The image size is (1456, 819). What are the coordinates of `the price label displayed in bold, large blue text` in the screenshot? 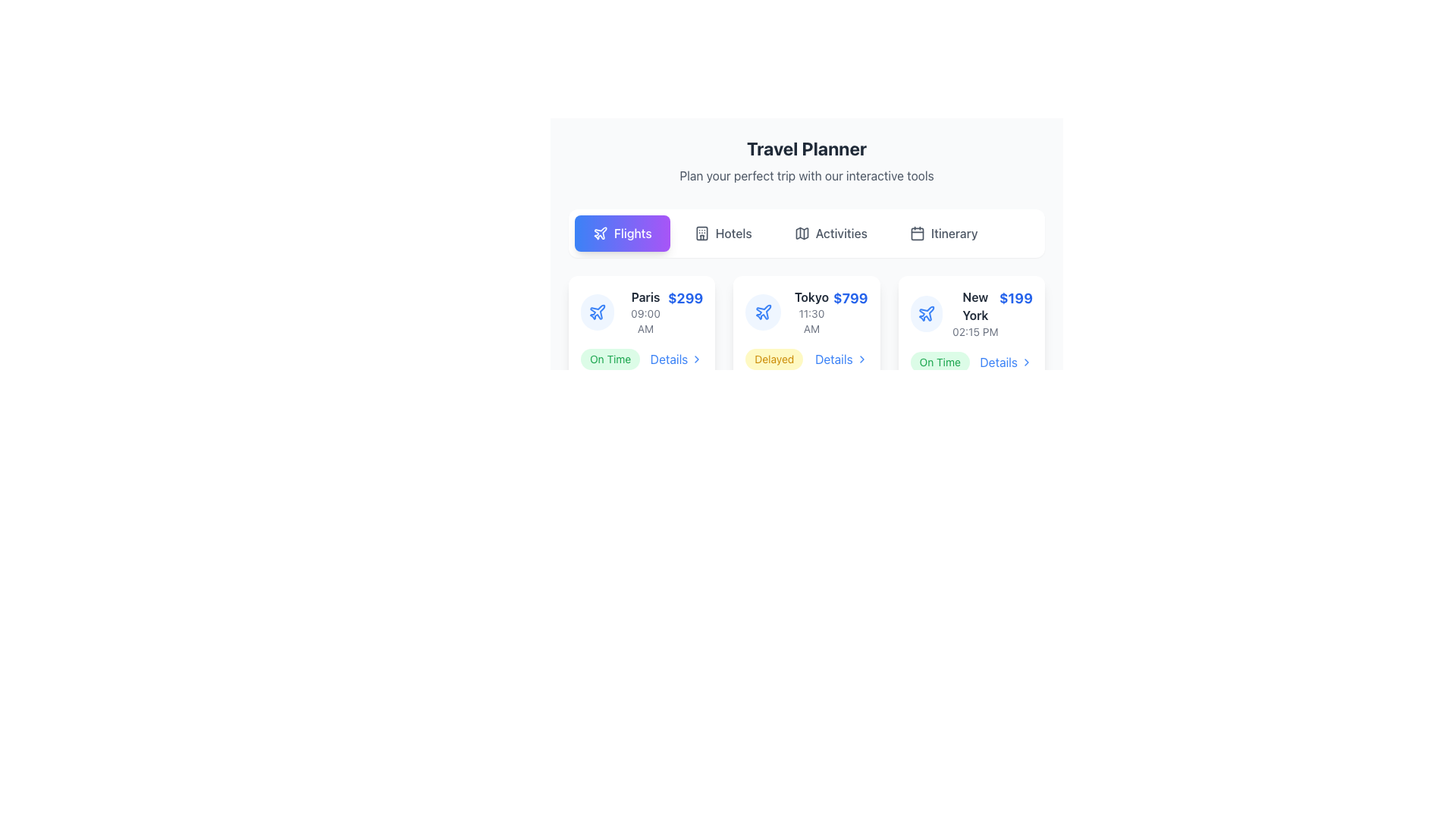 It's located at (1015, 298).